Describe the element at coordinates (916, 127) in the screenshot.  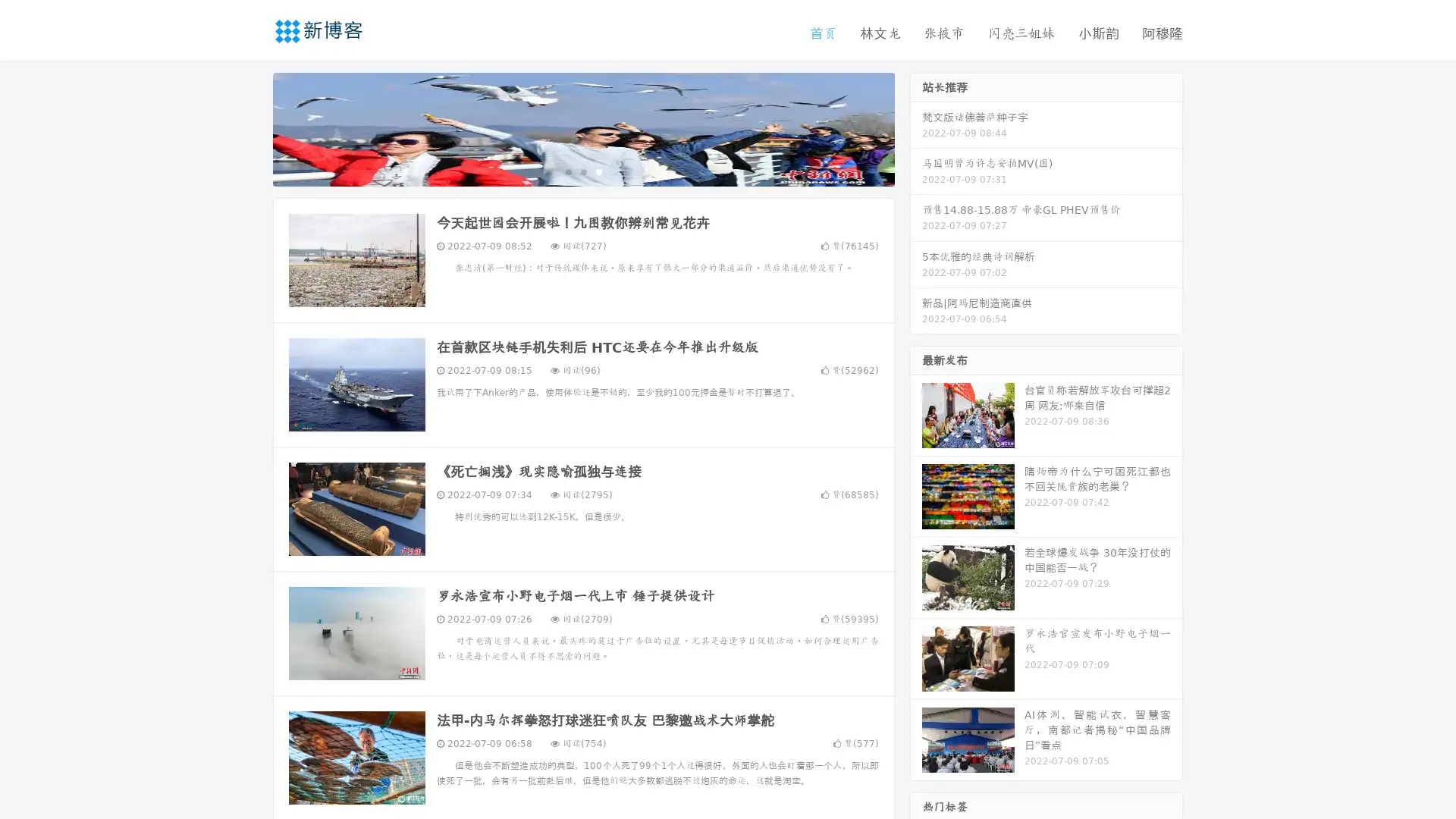
I see `Next slide` at that location.